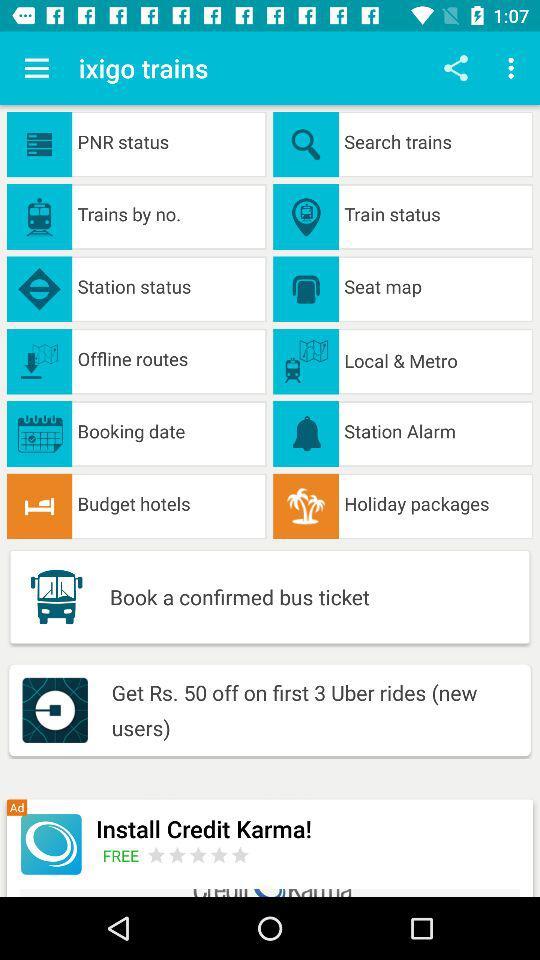 The height and width of the screenshot is (960, 540). Describe the element at coordinates (51, 843) in the screenshot. I see `open advertisement` at that location.